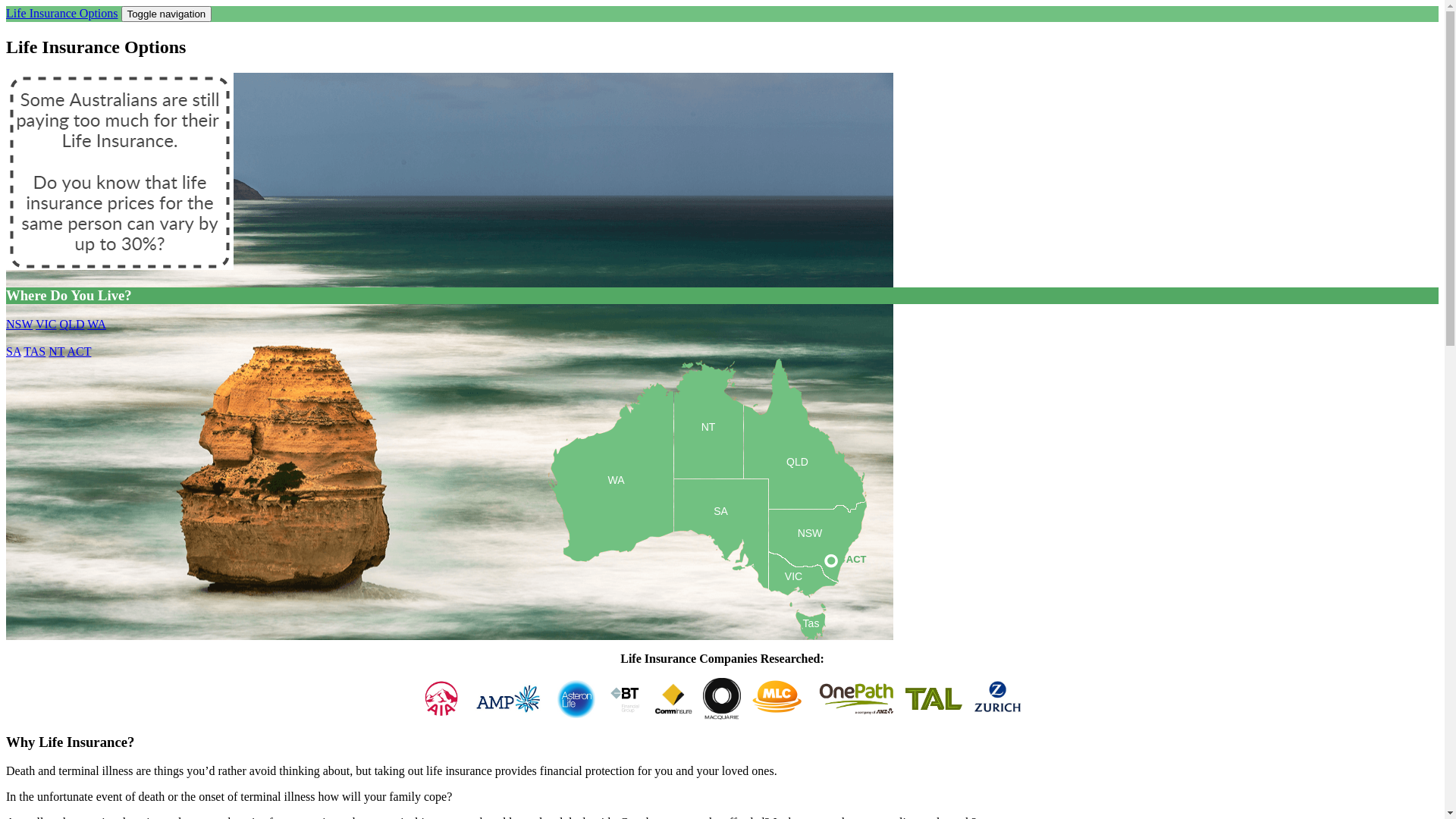  Describe the element at coordinates (802, 582) in the screenshot. I see `'VIC'` at that location.